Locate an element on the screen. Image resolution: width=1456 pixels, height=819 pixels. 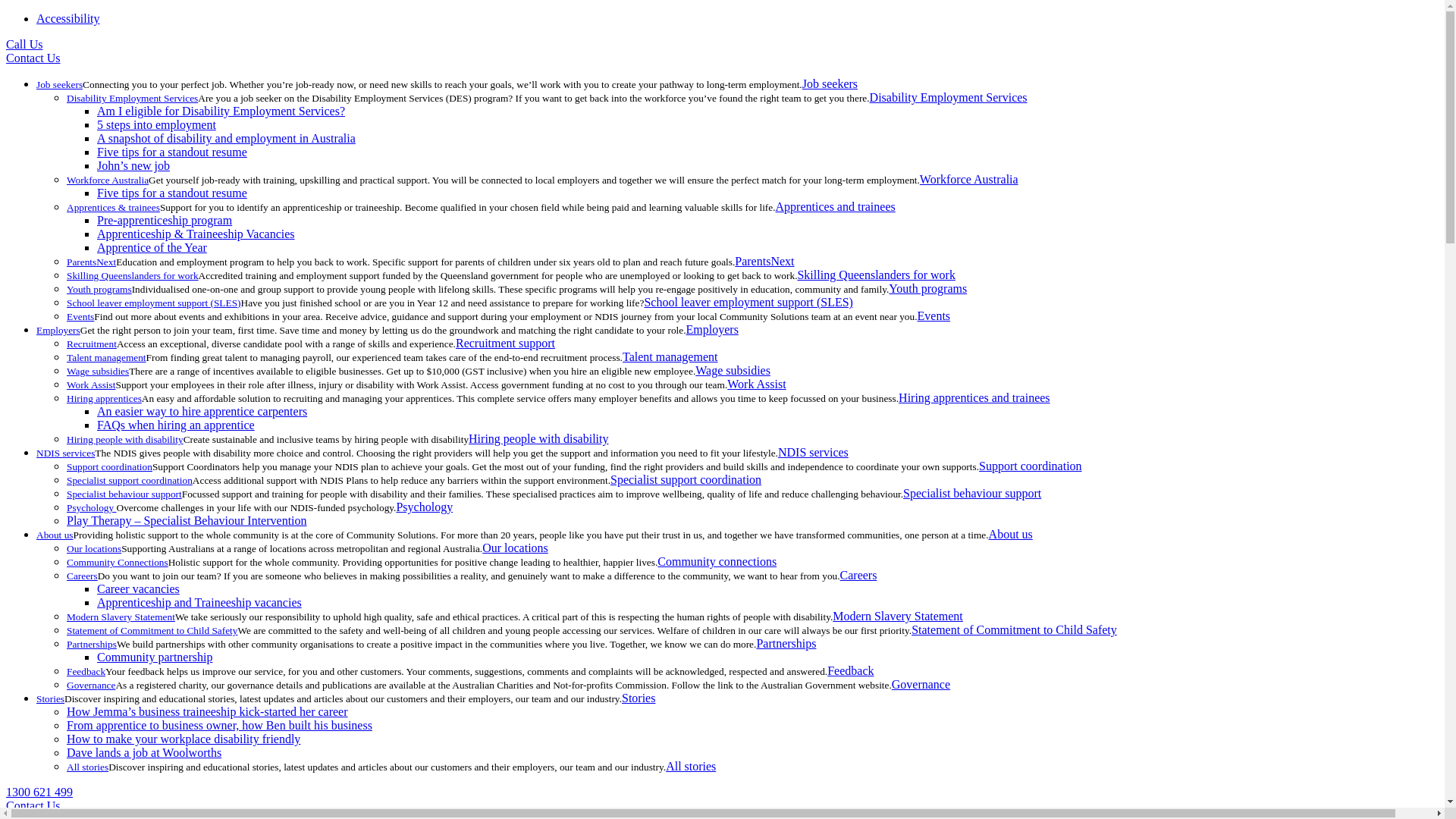
'Job seekers' is located at coordinates (59, 84).